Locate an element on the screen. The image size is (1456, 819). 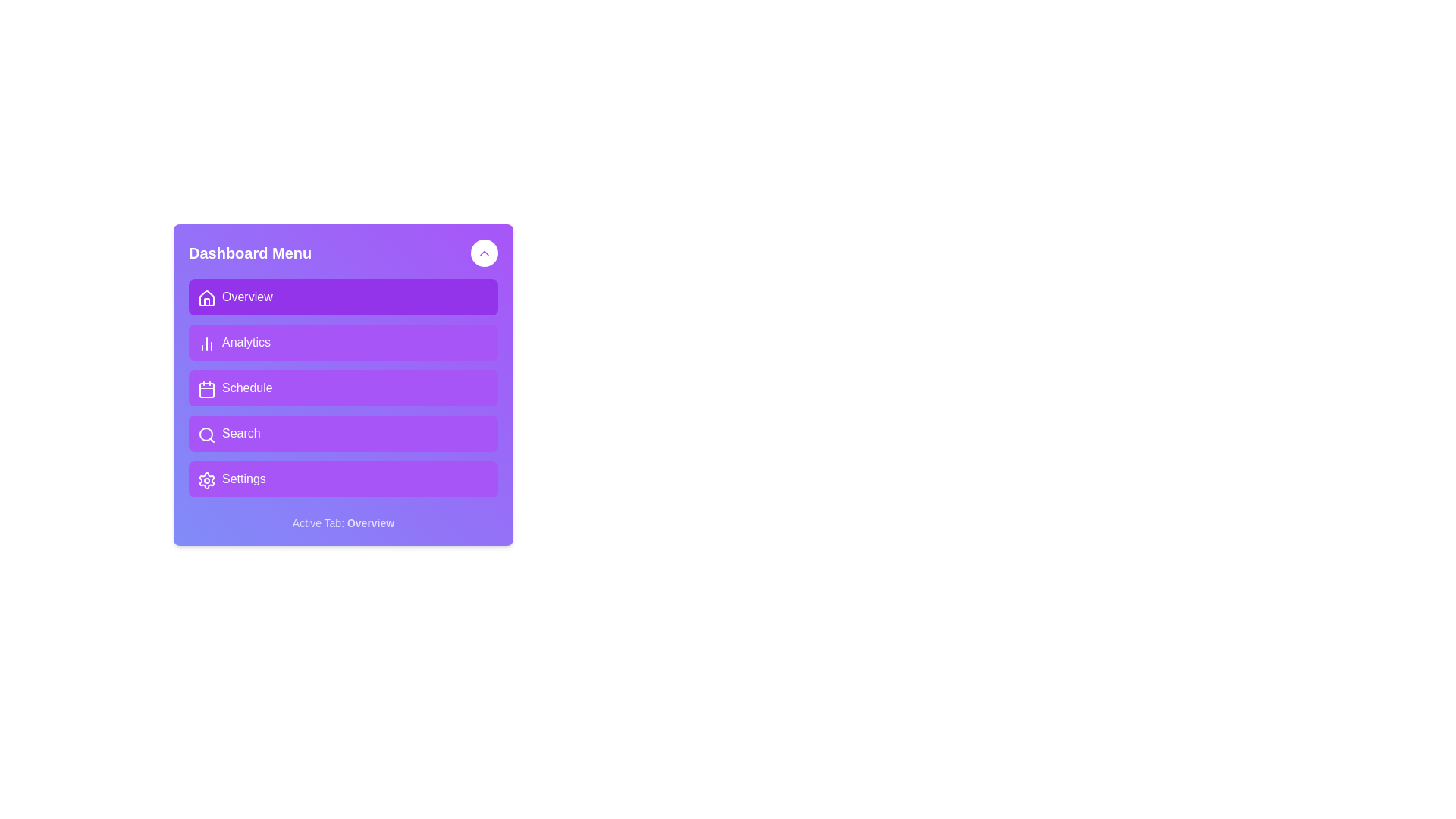
the home icon located to the left of the 'Overview' text in the 'Dashboard Menu' at the top of the list is located at coordinates (206, 298).